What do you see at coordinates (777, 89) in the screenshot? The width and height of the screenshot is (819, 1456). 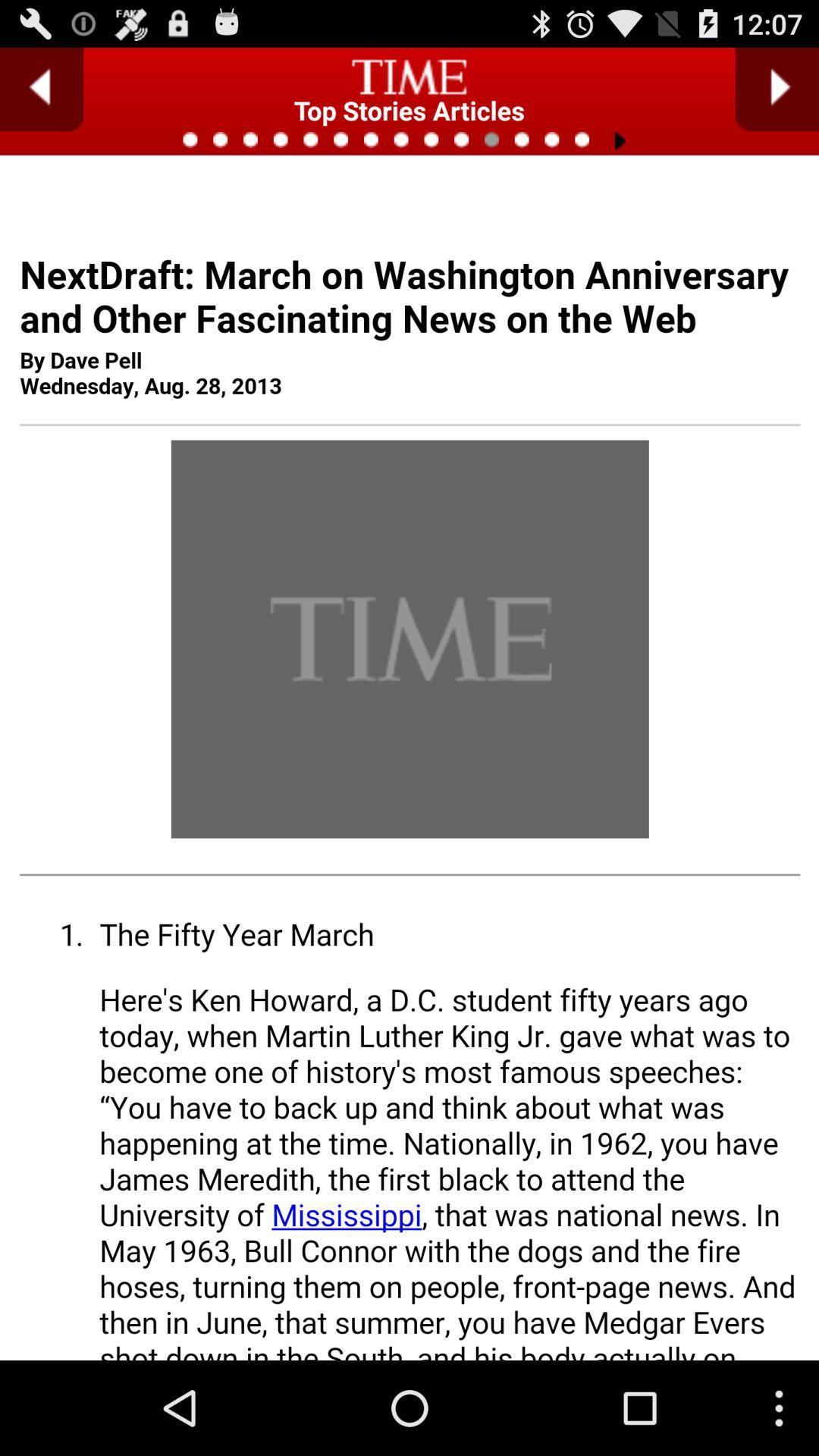 I see `next article` at bounding box center [777, 89].